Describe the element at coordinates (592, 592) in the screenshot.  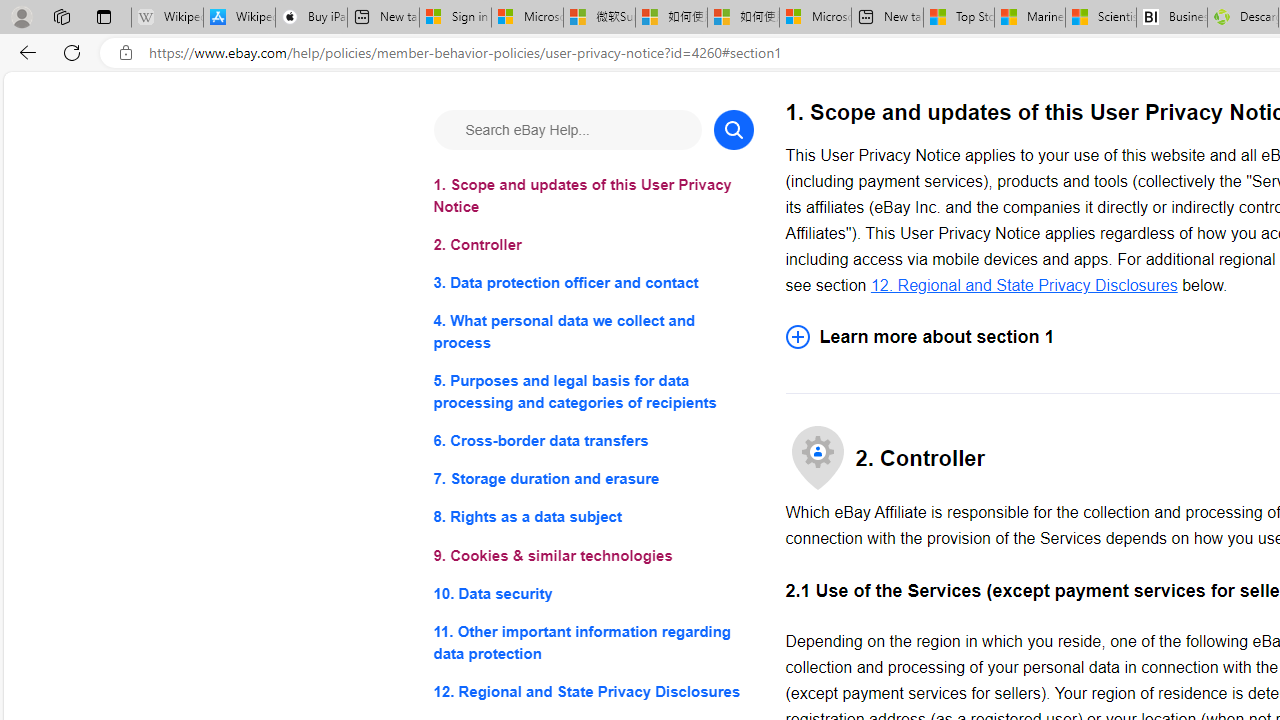
I see `'10. Data security'` at that location.